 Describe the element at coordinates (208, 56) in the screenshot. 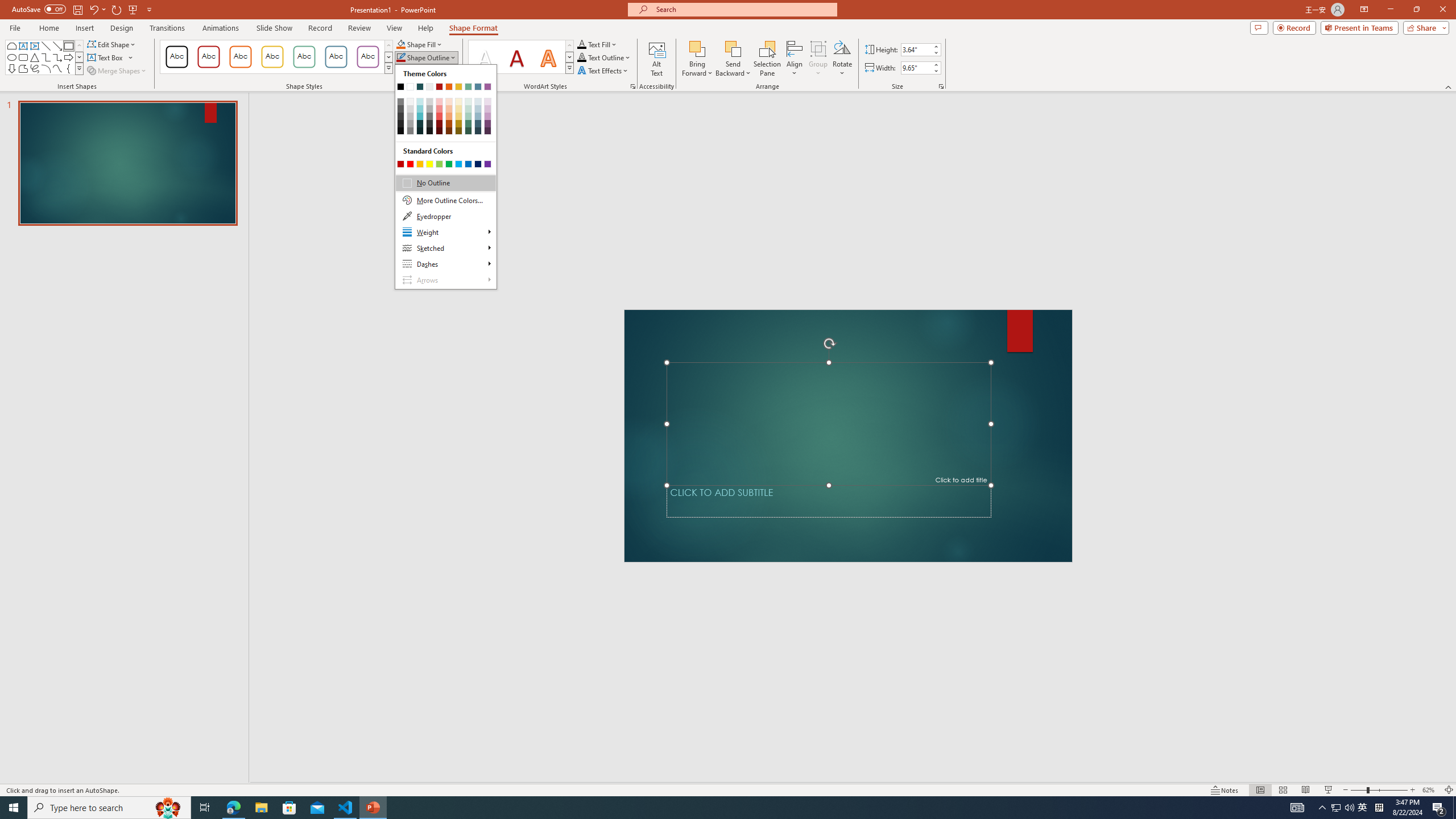

I see `'Colored Outline - Dark Red, Accent 1'` at that location.